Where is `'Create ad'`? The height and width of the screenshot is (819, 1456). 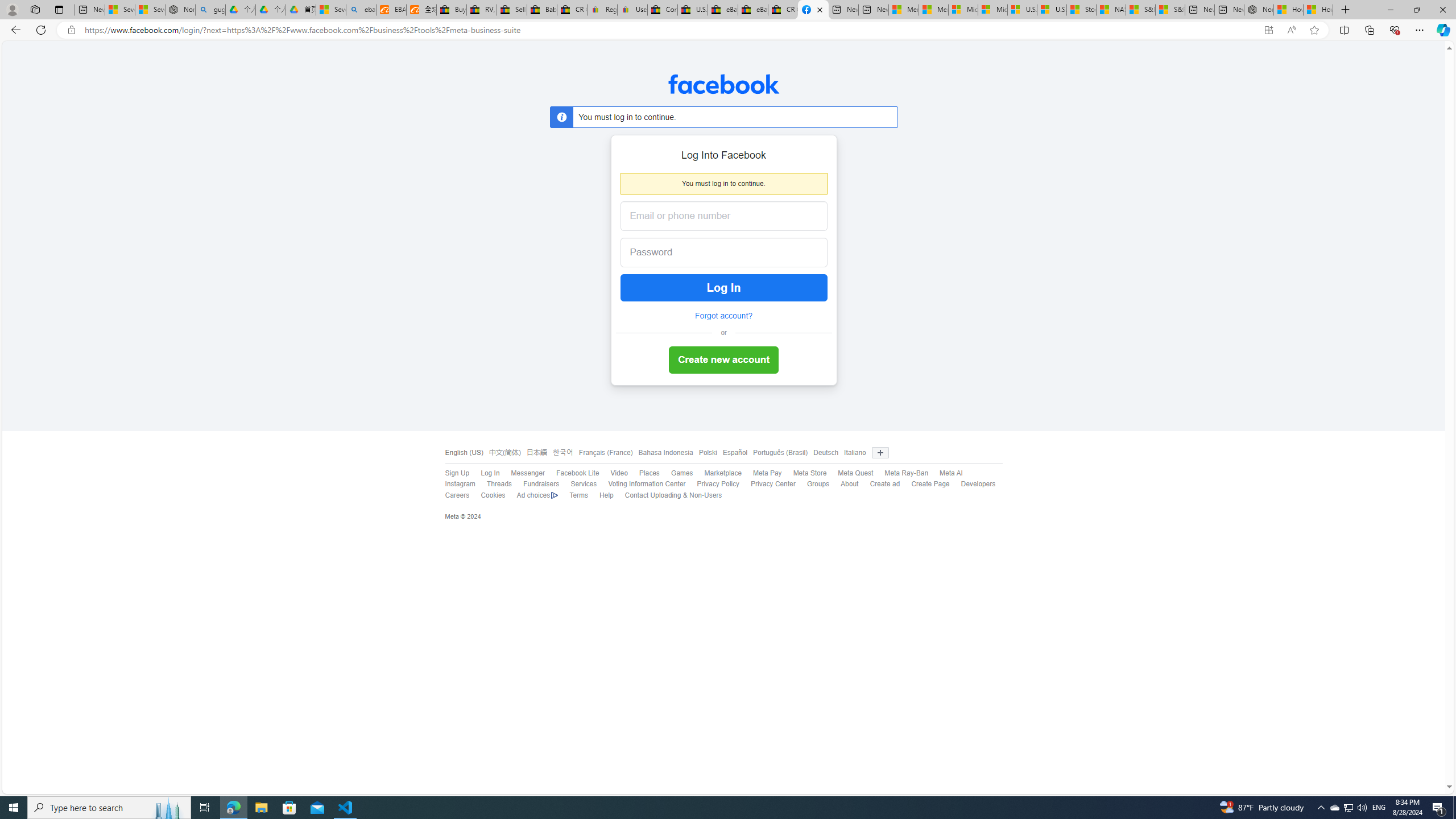 'Create ad' is located at coordinates (878, 484).